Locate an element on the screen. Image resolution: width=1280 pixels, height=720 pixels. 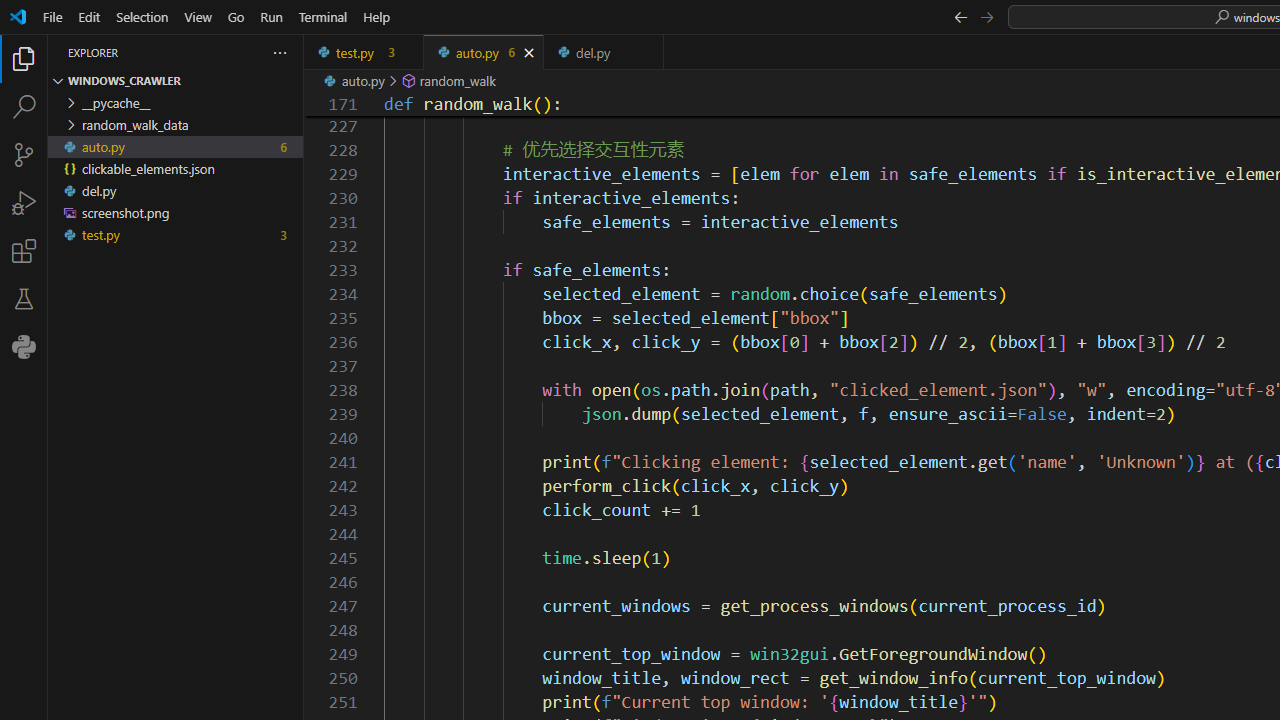
'Explorer (Ctrl+Shift+E)' is located at coordinates (24, 58).